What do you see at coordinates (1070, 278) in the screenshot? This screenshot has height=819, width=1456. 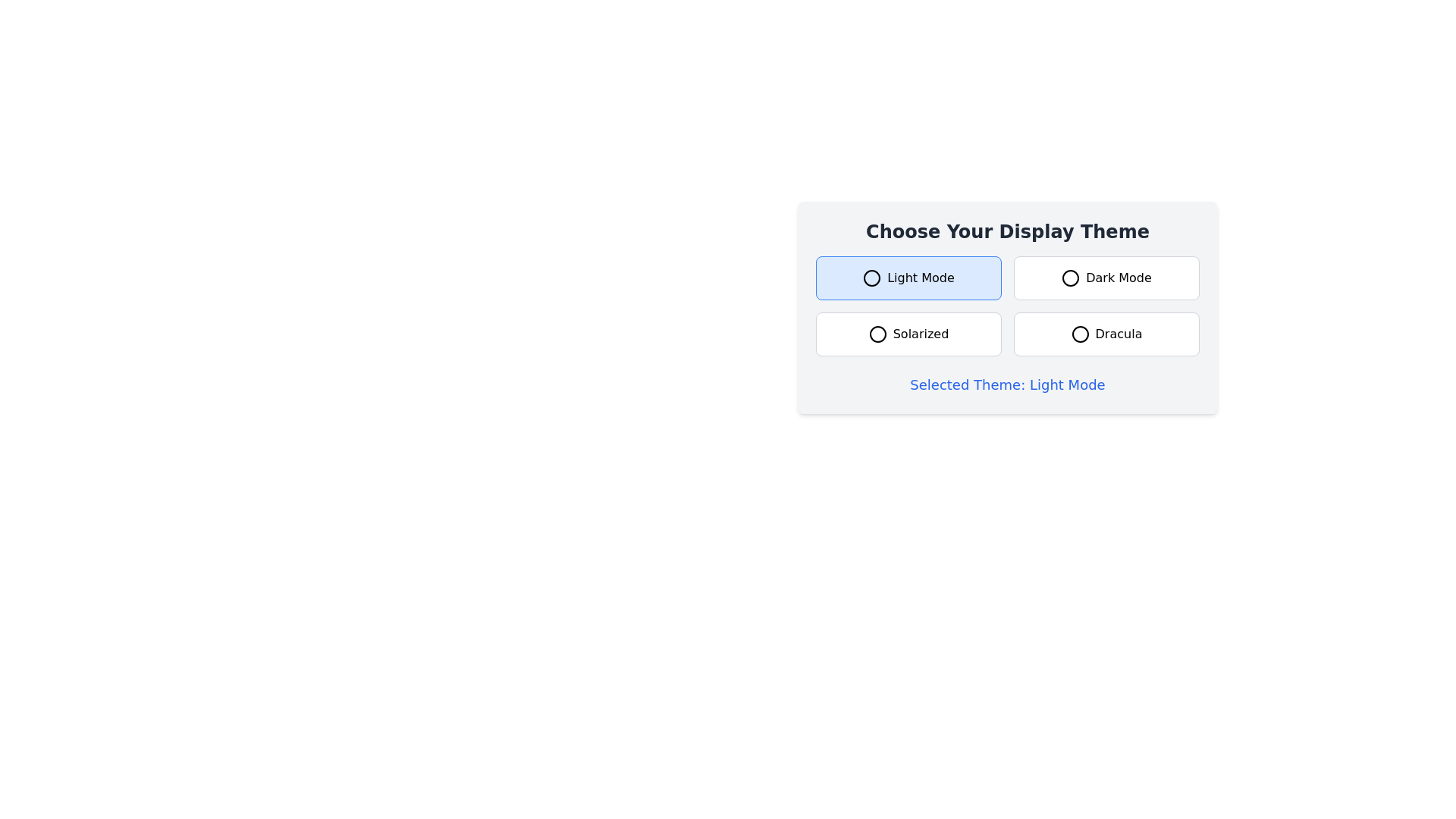 I see `the Selection Indicator (Radio Button)` at bounding box center [1070, 278].